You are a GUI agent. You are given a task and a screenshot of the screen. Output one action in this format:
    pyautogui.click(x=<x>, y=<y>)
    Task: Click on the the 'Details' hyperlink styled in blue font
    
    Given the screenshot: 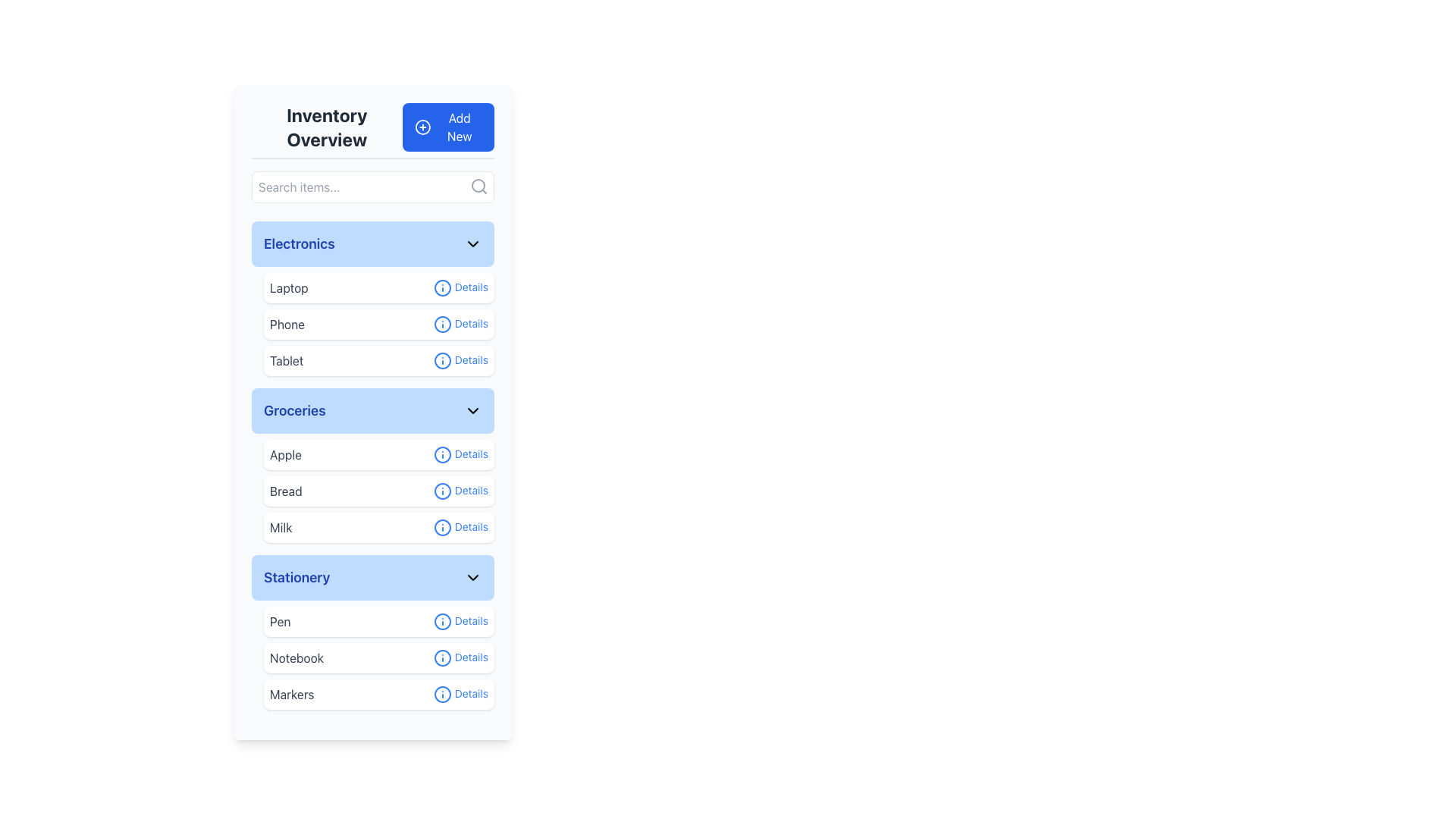 What is the action you would take?
    pyautogui.click(x=460, y=526)
    